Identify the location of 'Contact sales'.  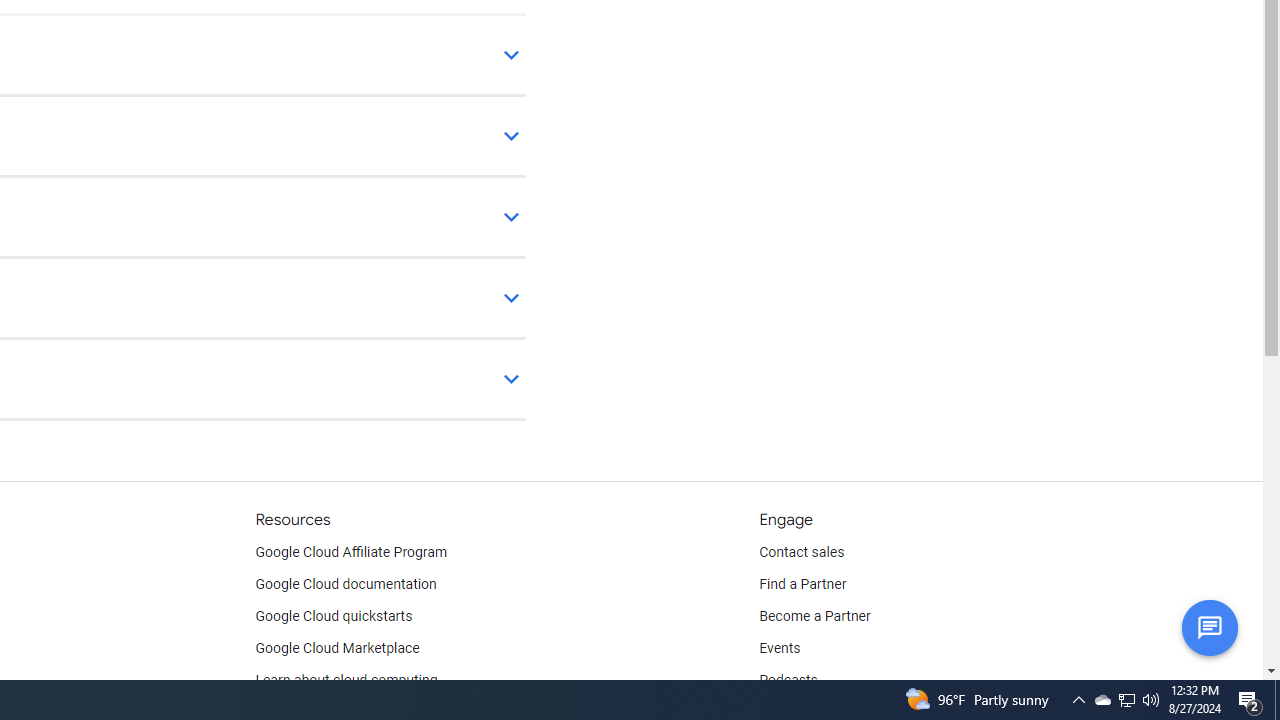
(801, 552).